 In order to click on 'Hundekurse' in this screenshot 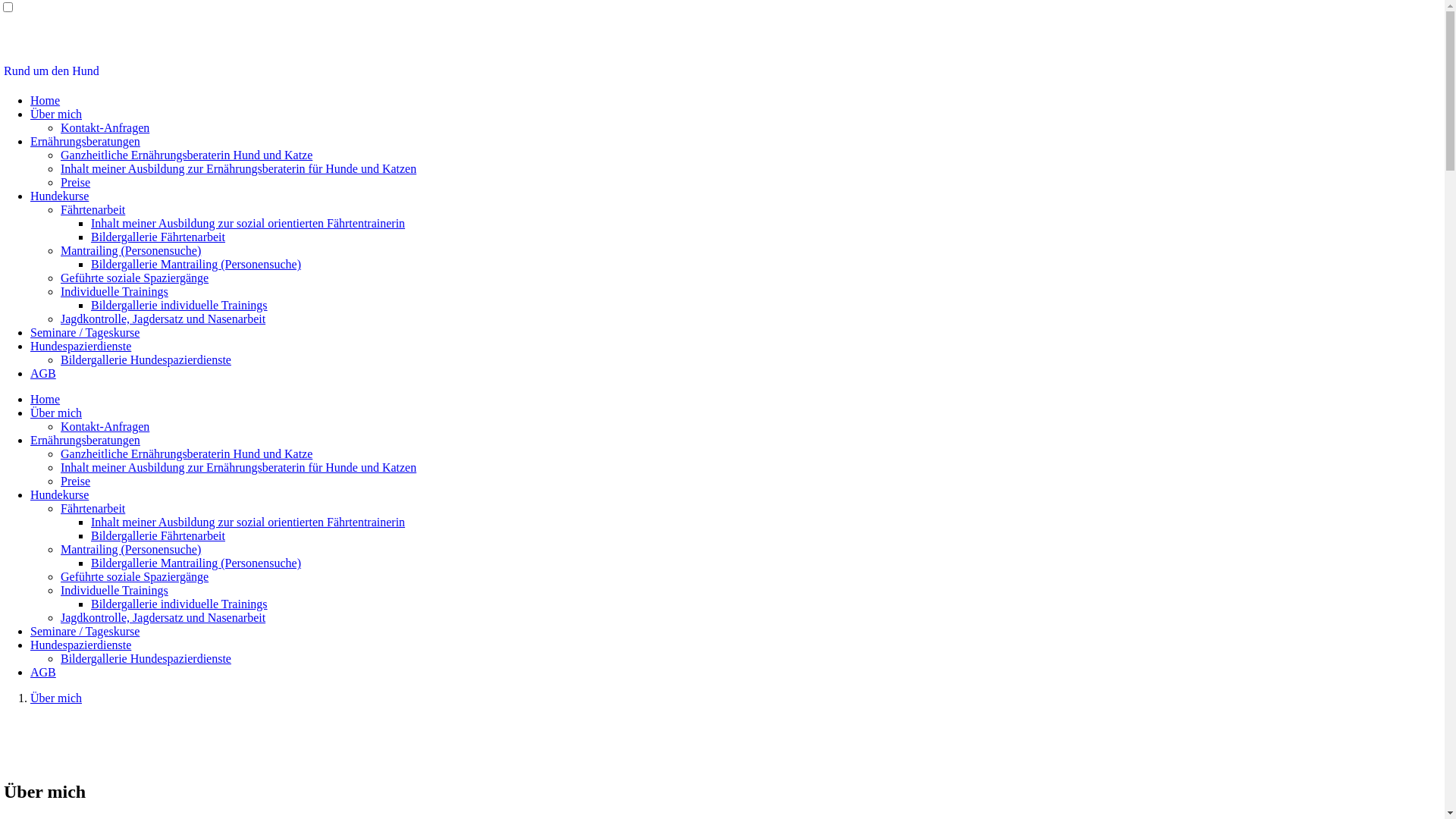, I will do `click(59, 494)`.